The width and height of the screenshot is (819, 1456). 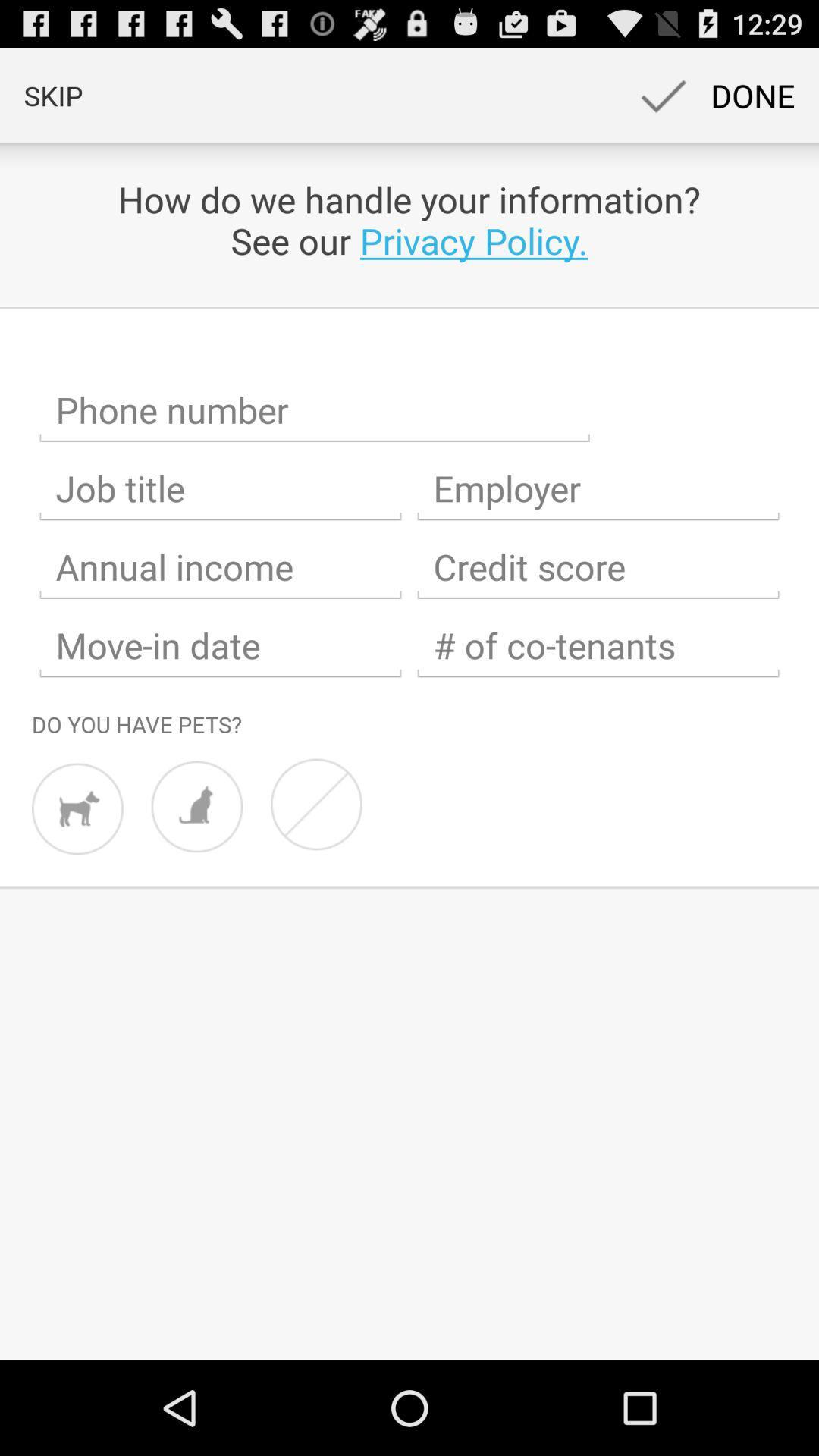 What do you see at coordinates (220, 566) in the screenshot?
I see `input income` at bounding box center [220, 566].